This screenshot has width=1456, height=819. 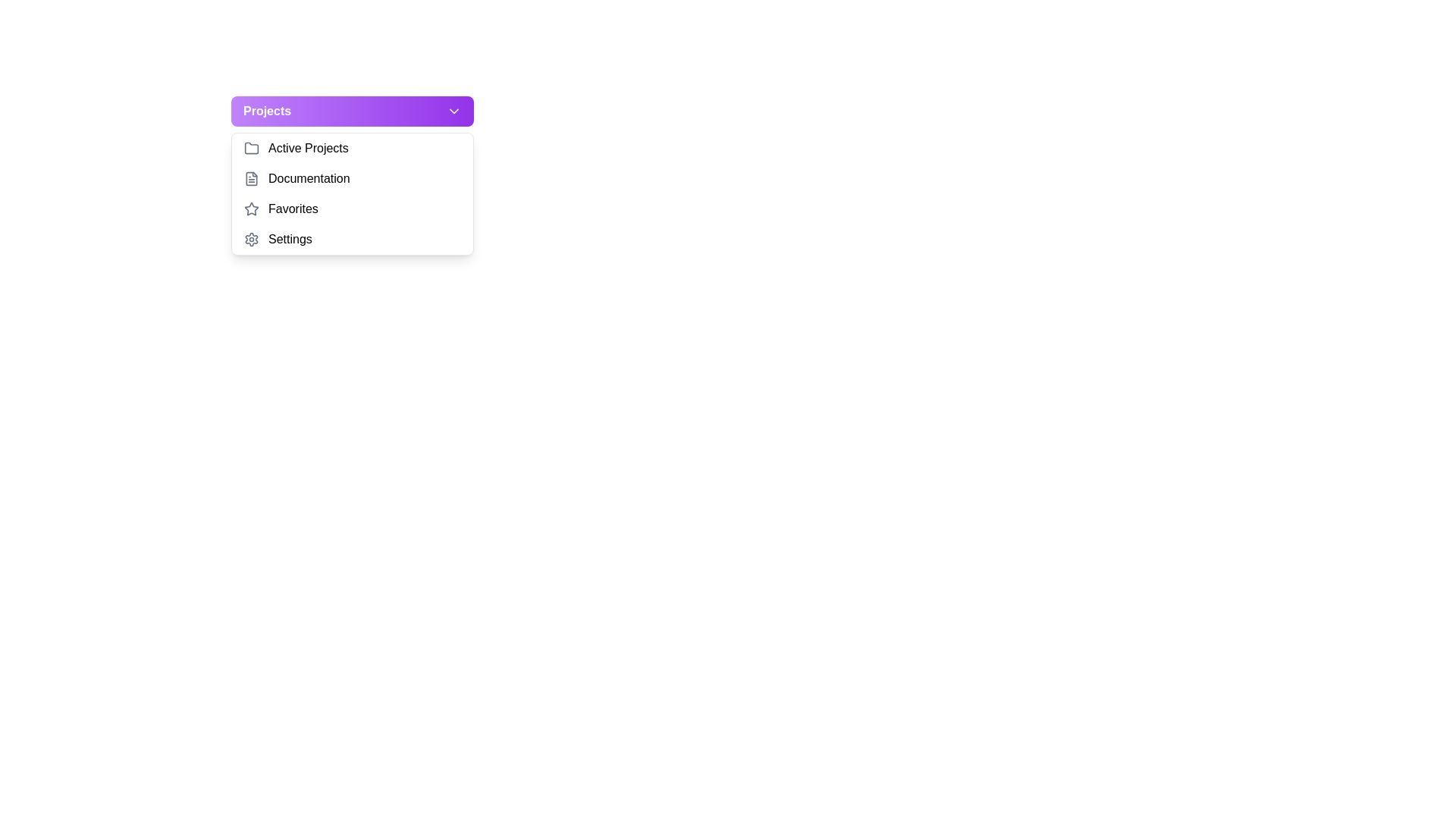 What do you see at coordinates (352, 193) in the screenshot?
I see `the second item in the dropdown menu containing textual items and icons, which is styled with a white background and rounded corners` at bounding box center [352, 193].